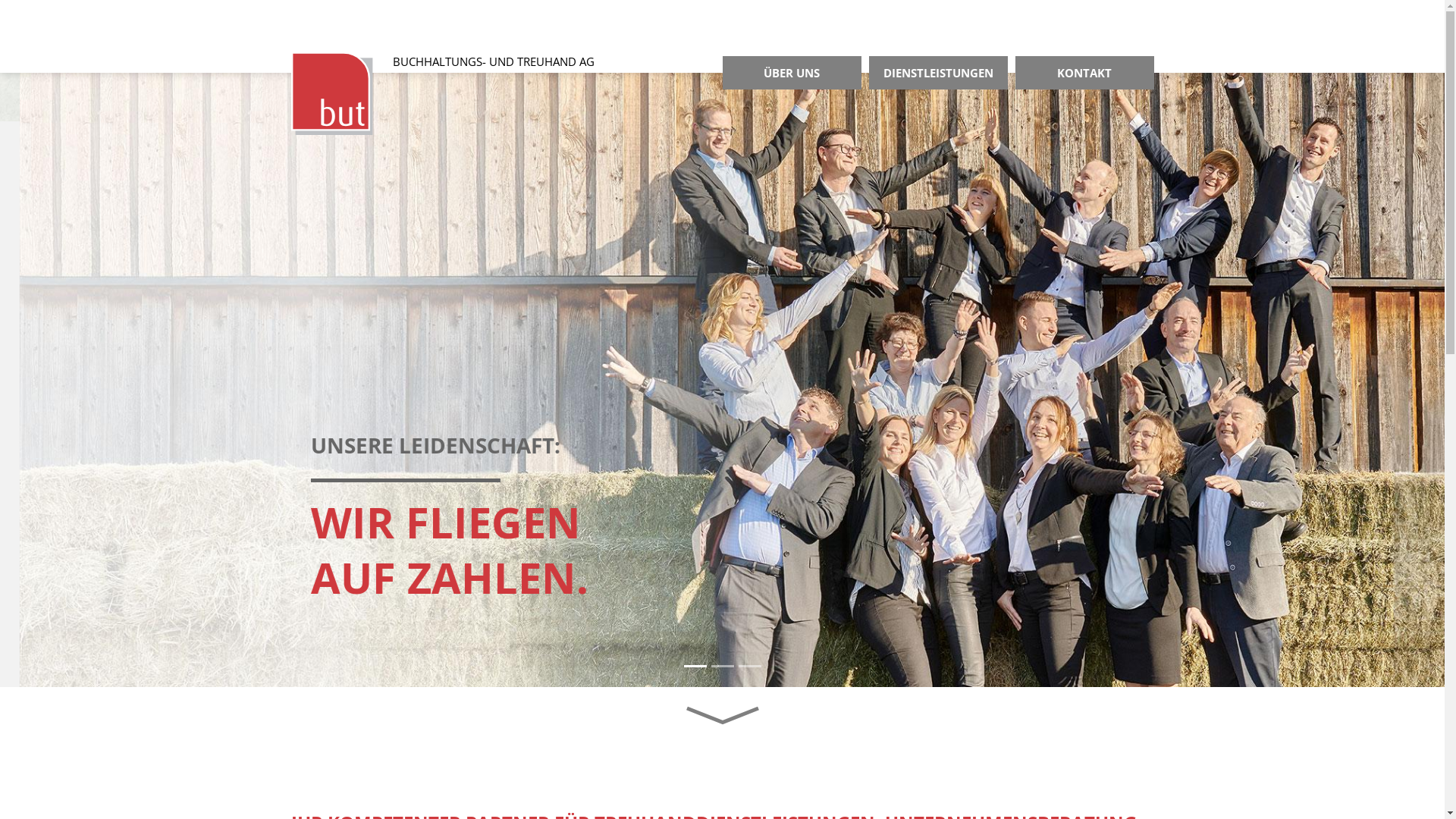 The image size is (1456, 819). I want to click on 'KONTAKT', so click(1083, 73).